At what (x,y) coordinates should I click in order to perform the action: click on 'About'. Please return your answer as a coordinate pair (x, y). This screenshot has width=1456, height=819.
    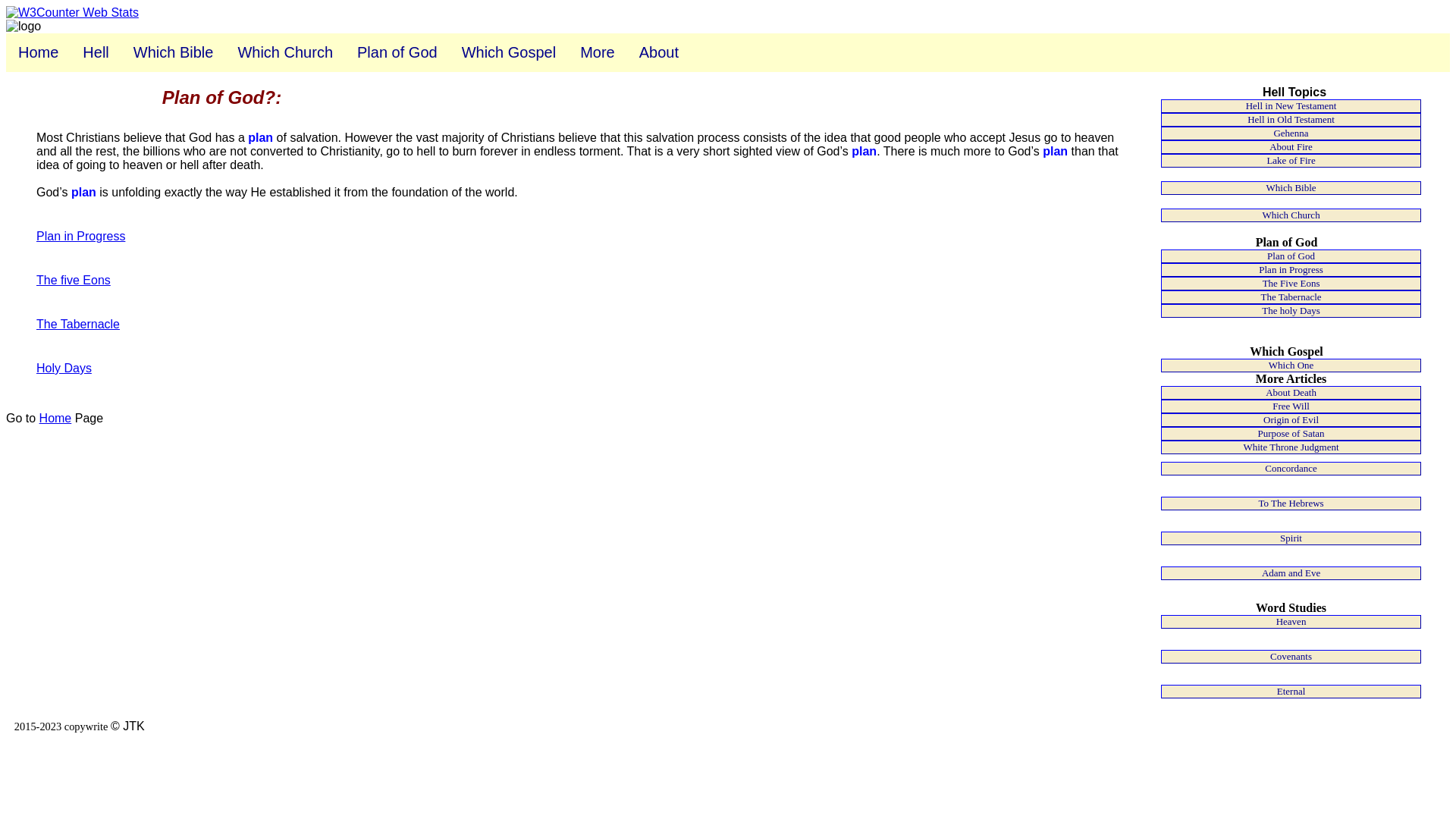
    Looking at the image, I should click on (658, 52).